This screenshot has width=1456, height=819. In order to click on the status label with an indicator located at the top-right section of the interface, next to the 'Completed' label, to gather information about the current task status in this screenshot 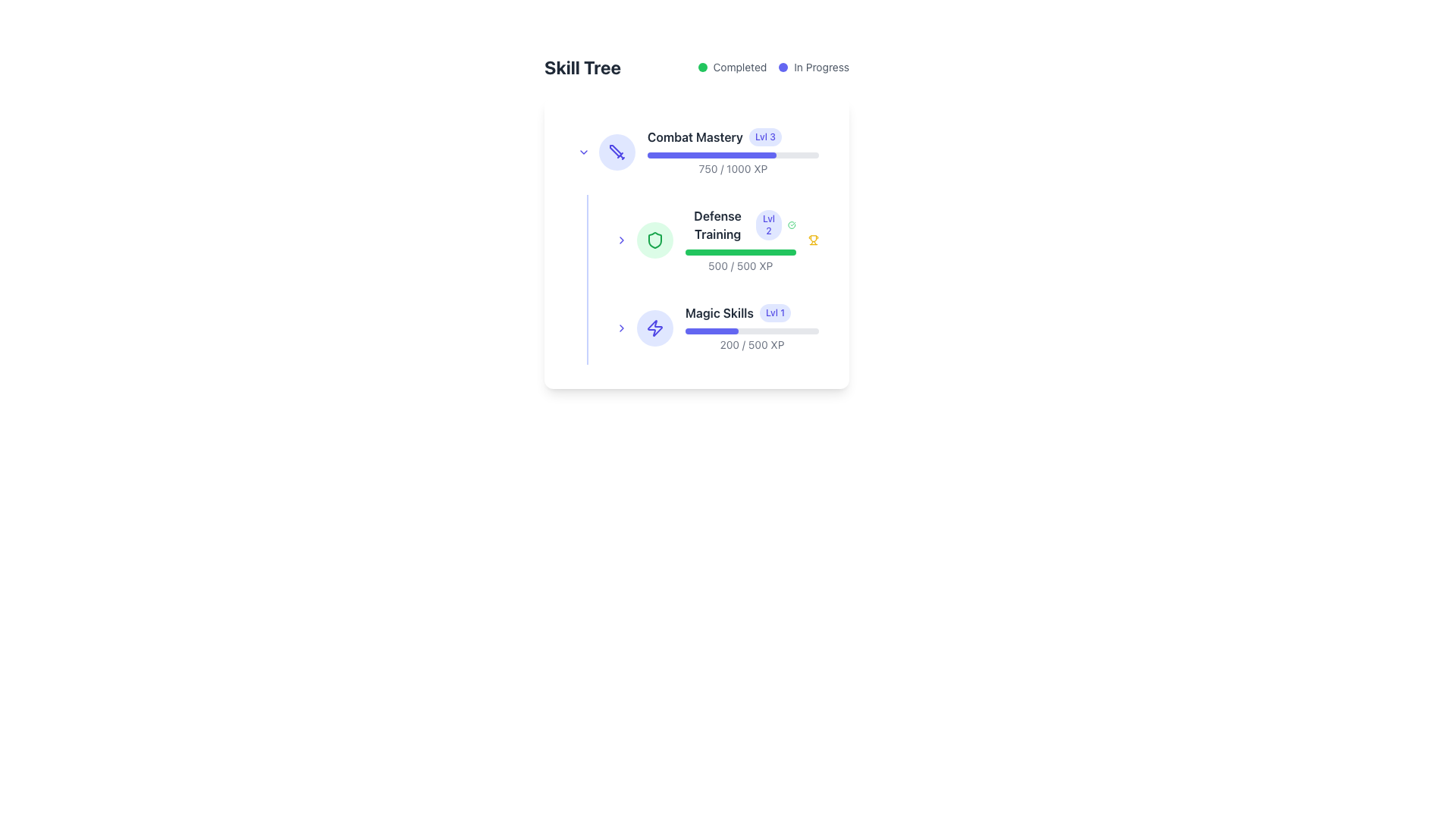, I will do `click(813, 66)`.